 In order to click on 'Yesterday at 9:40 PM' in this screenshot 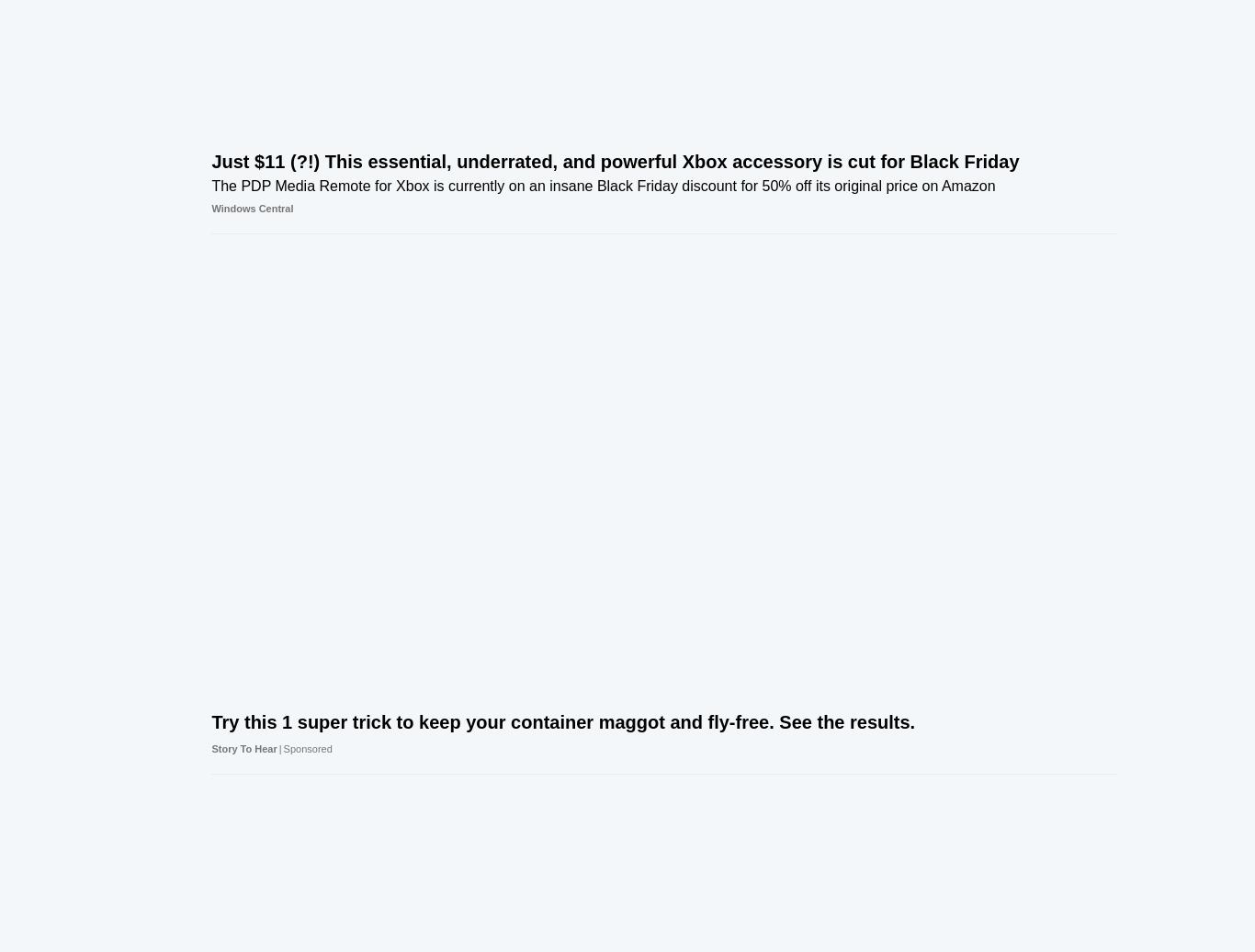, I will do `click(1106, 204)`.